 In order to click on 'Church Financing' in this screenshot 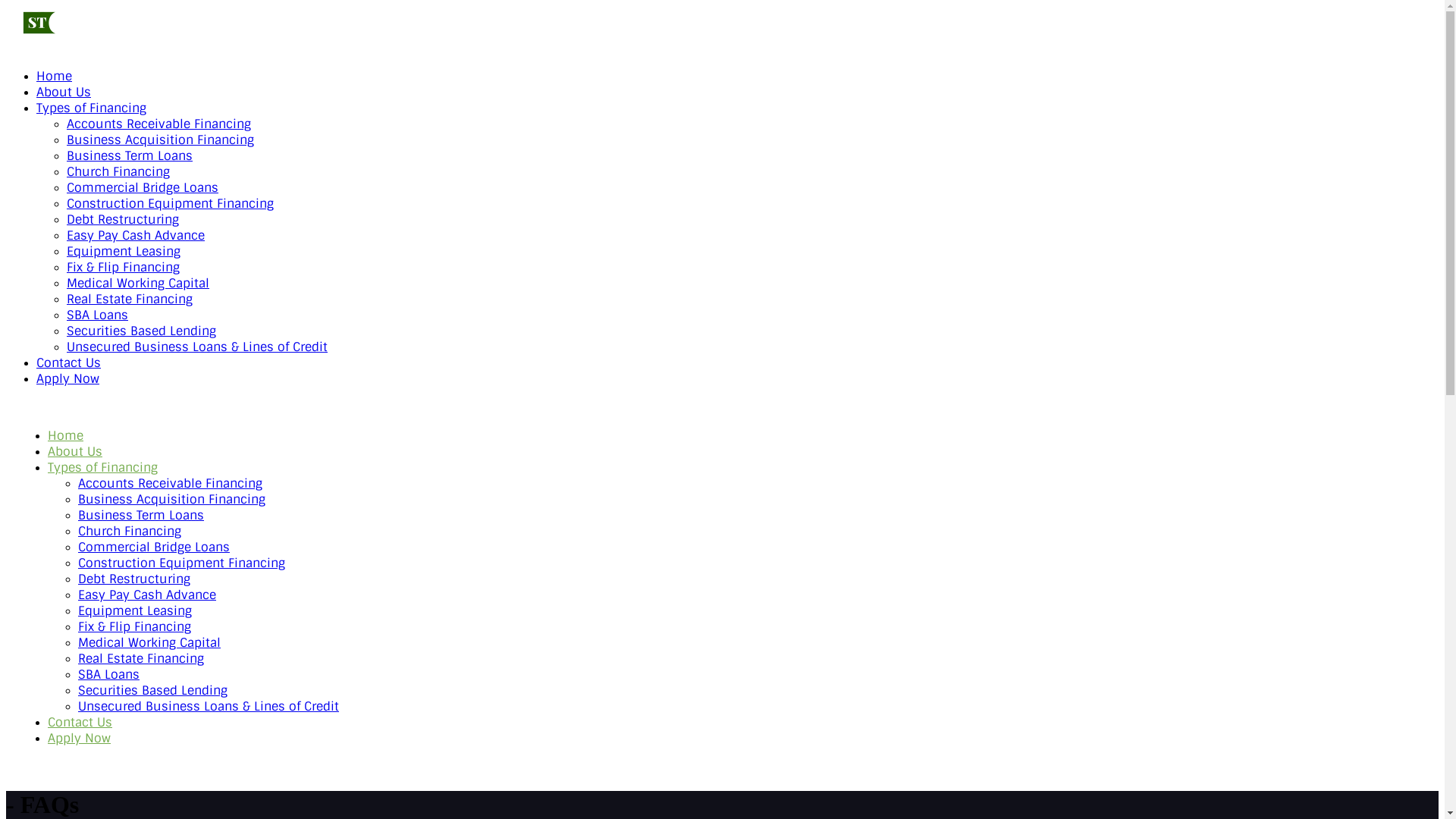, I will do `click(130, 530)`.